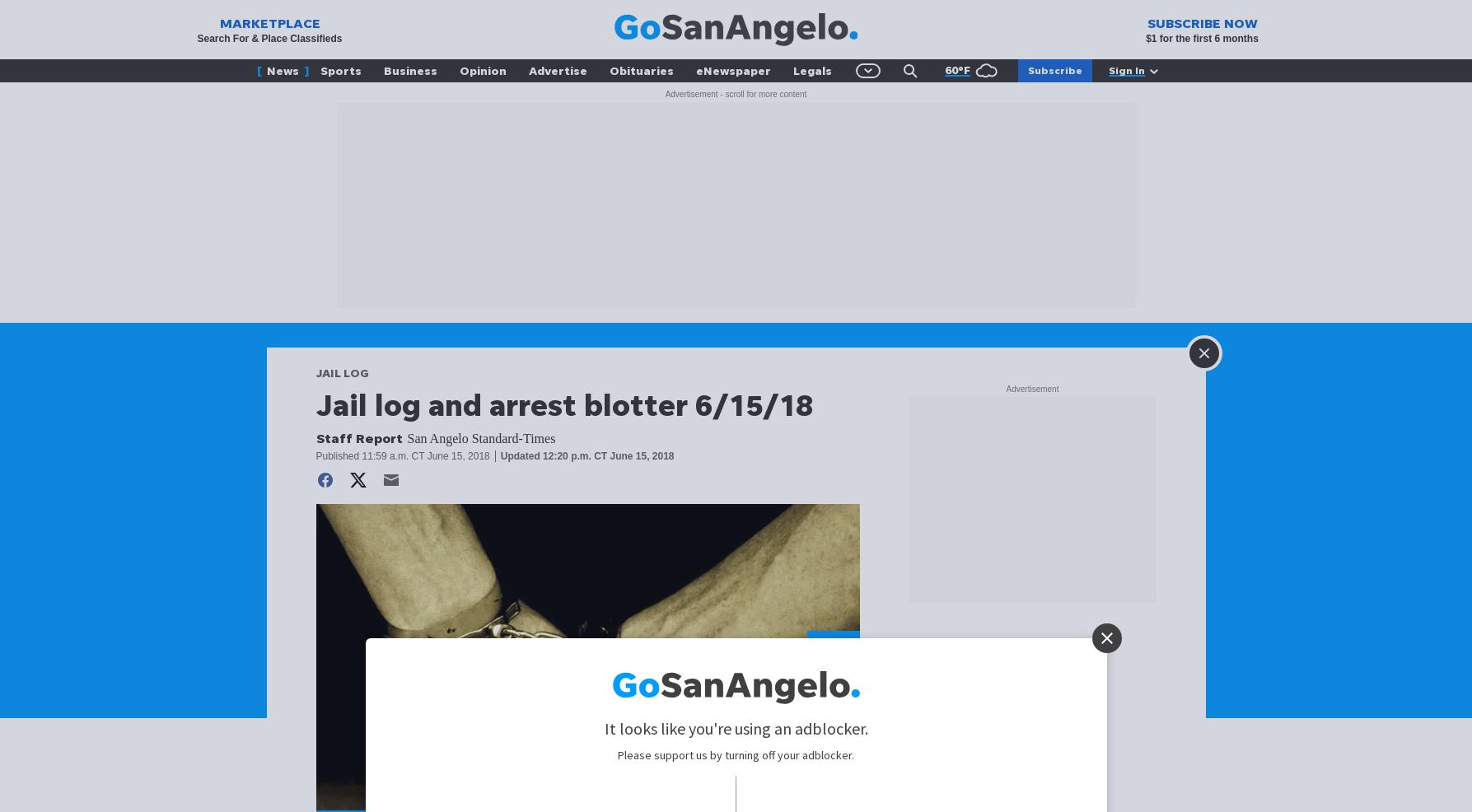 This screenshot has width=1472, height=812. Describe the element at coordinates (736, 754) in the screenshot. I see `'Please support us by turning off your adblocker.'` at that location.